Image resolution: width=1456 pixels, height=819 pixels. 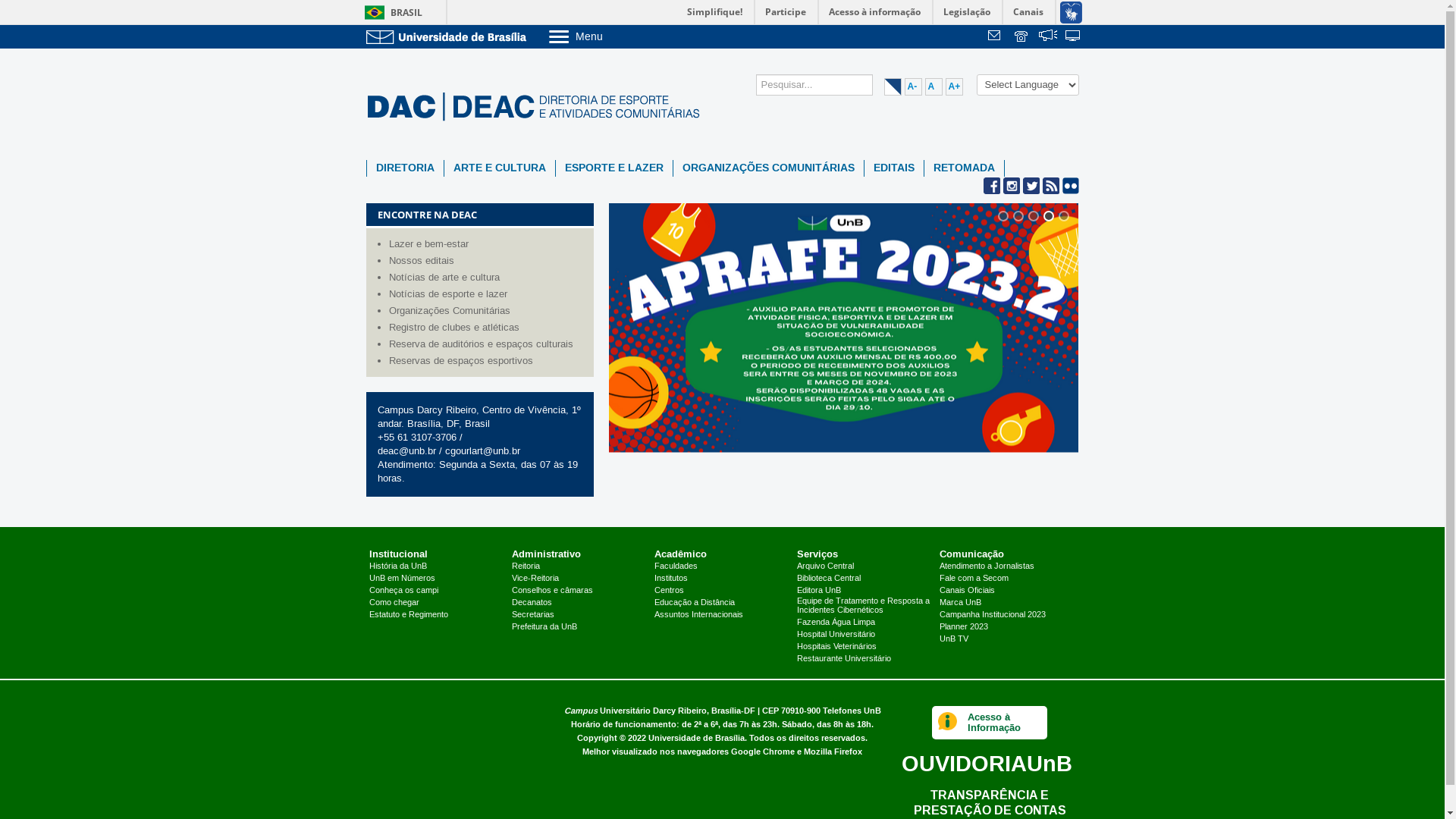 What do you see at coordinates (654, 579) in the screenshot?
I see `'Institutos'` at bounding box center [654, 579].